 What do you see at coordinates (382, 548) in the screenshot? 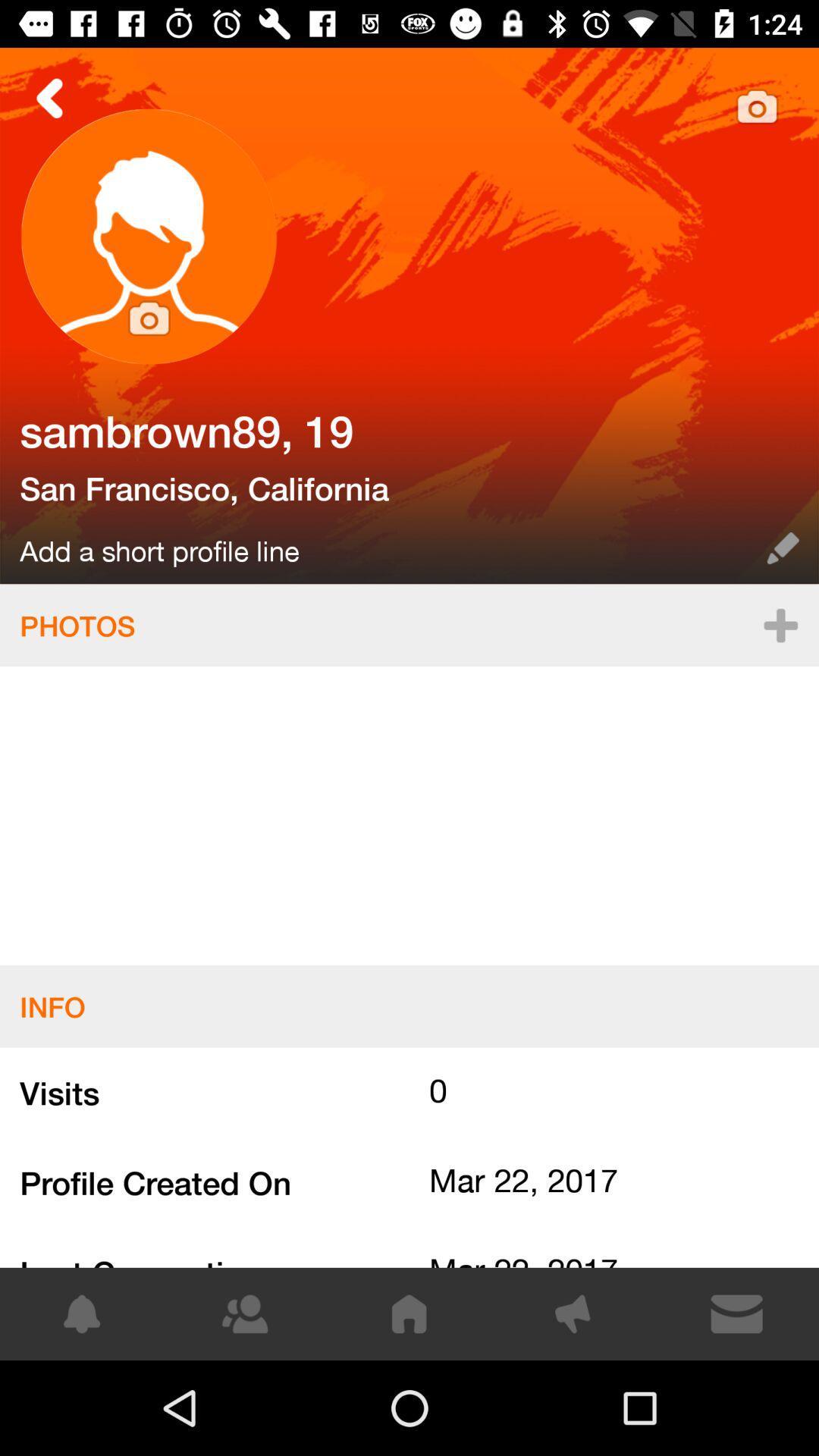
I see `the item below the san francisco, california item` at bounding box center [382, 548].